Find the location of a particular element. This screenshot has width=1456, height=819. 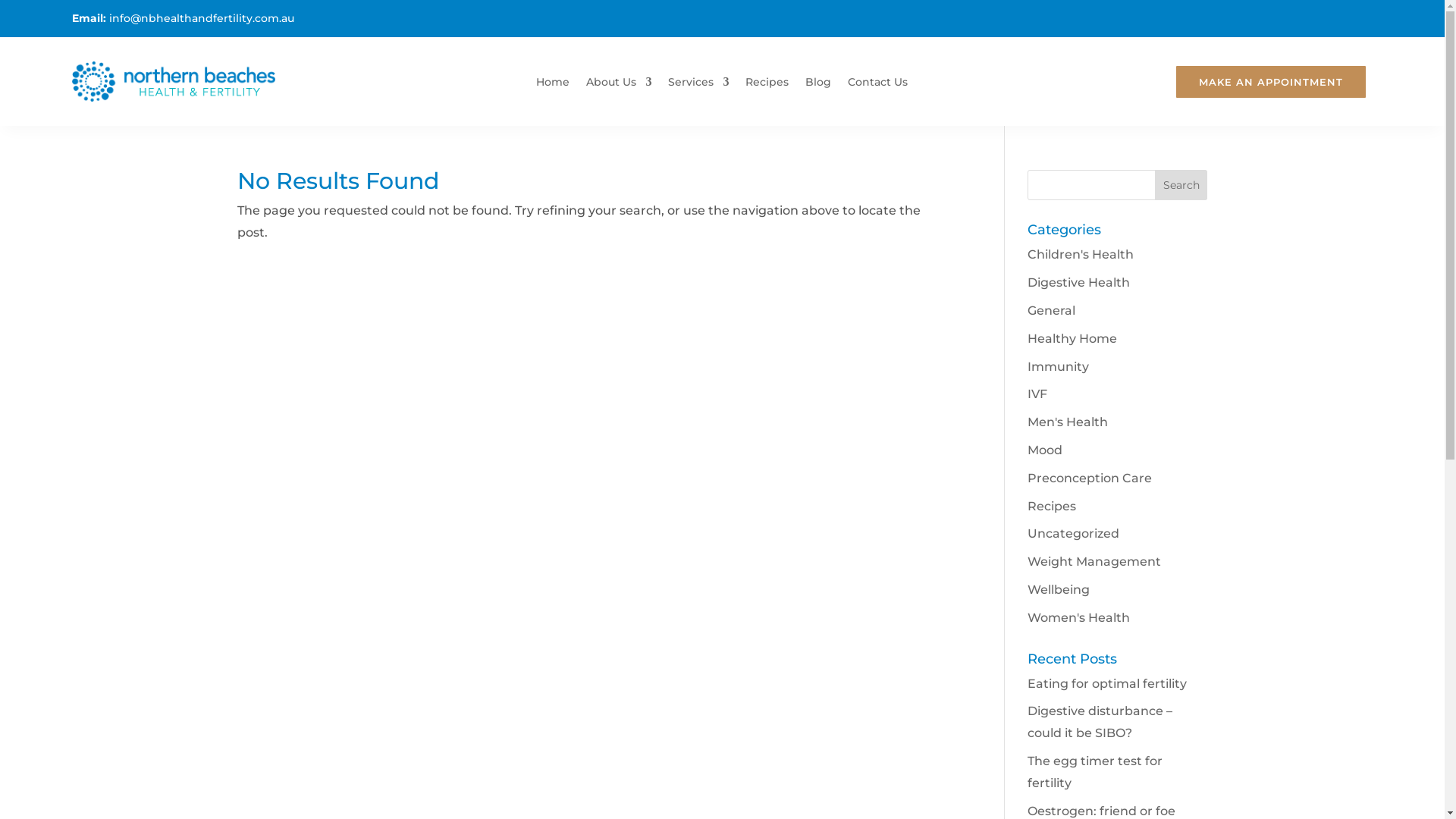

'Home' is located at coordinates (552, 84).